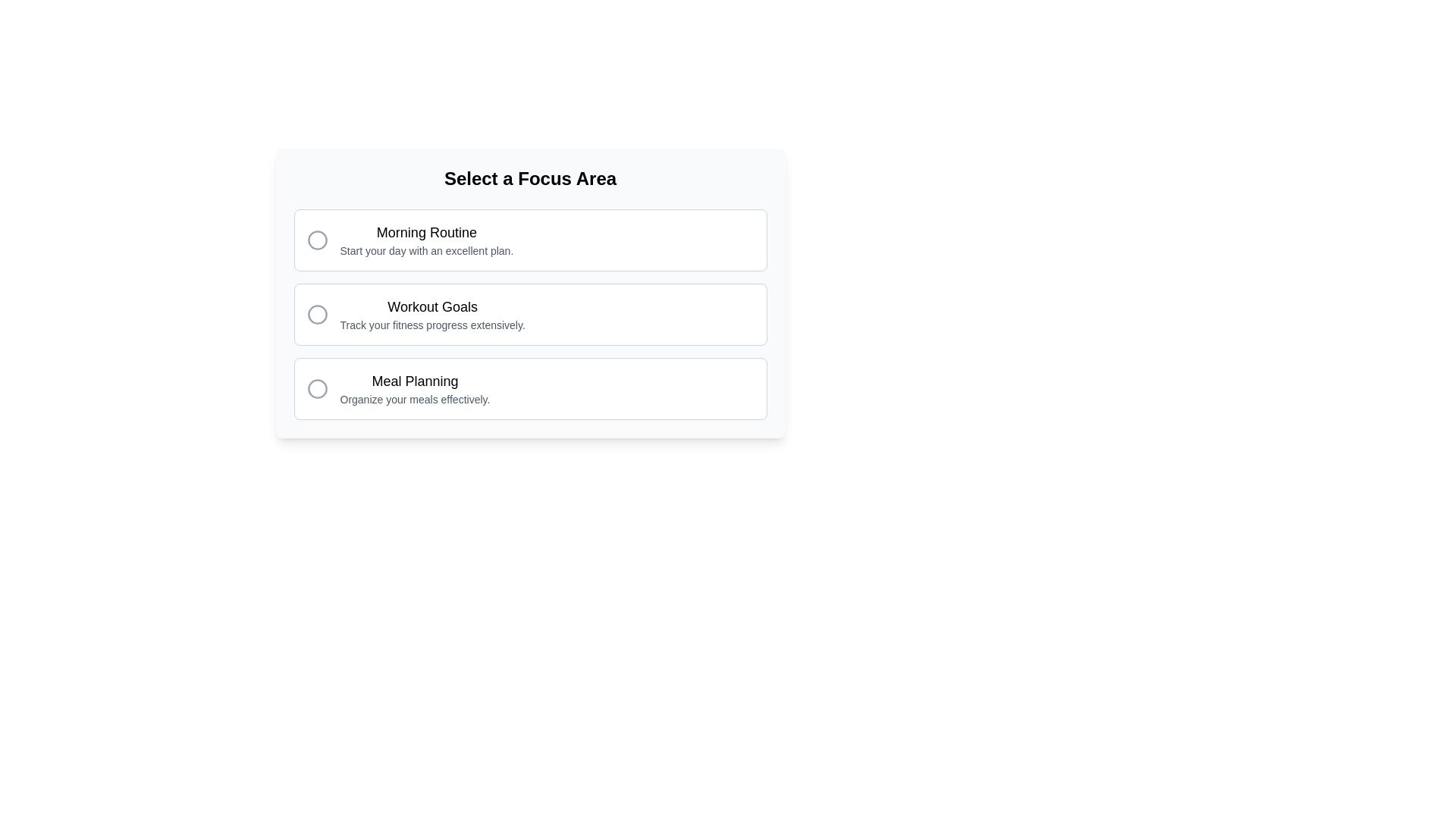 This screenshot has width=1456, height=819. I want to click on the prominently displayed bold text 'Morning Routine' in the top option of the vertically stacked selection menu, located just above the description 'Start your day with an excellent plan.', so click(425, 233).